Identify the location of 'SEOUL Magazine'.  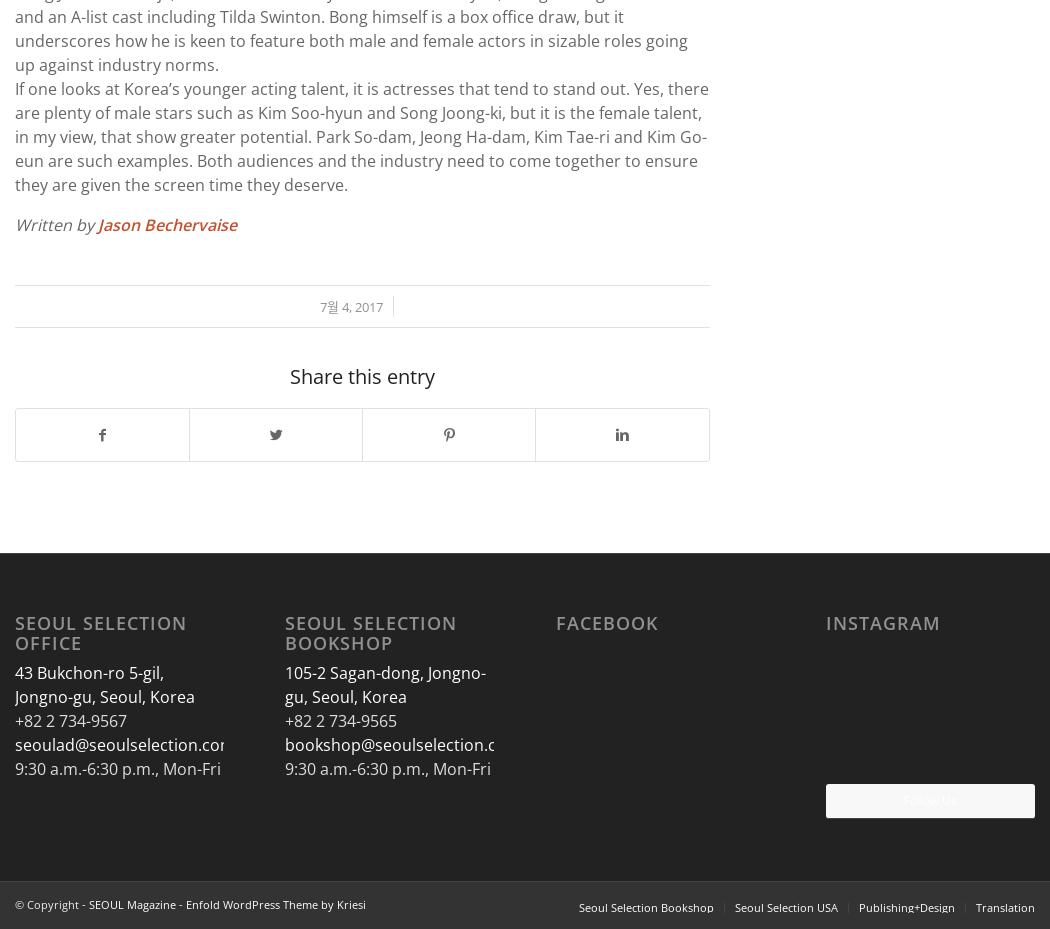
(89, 904).